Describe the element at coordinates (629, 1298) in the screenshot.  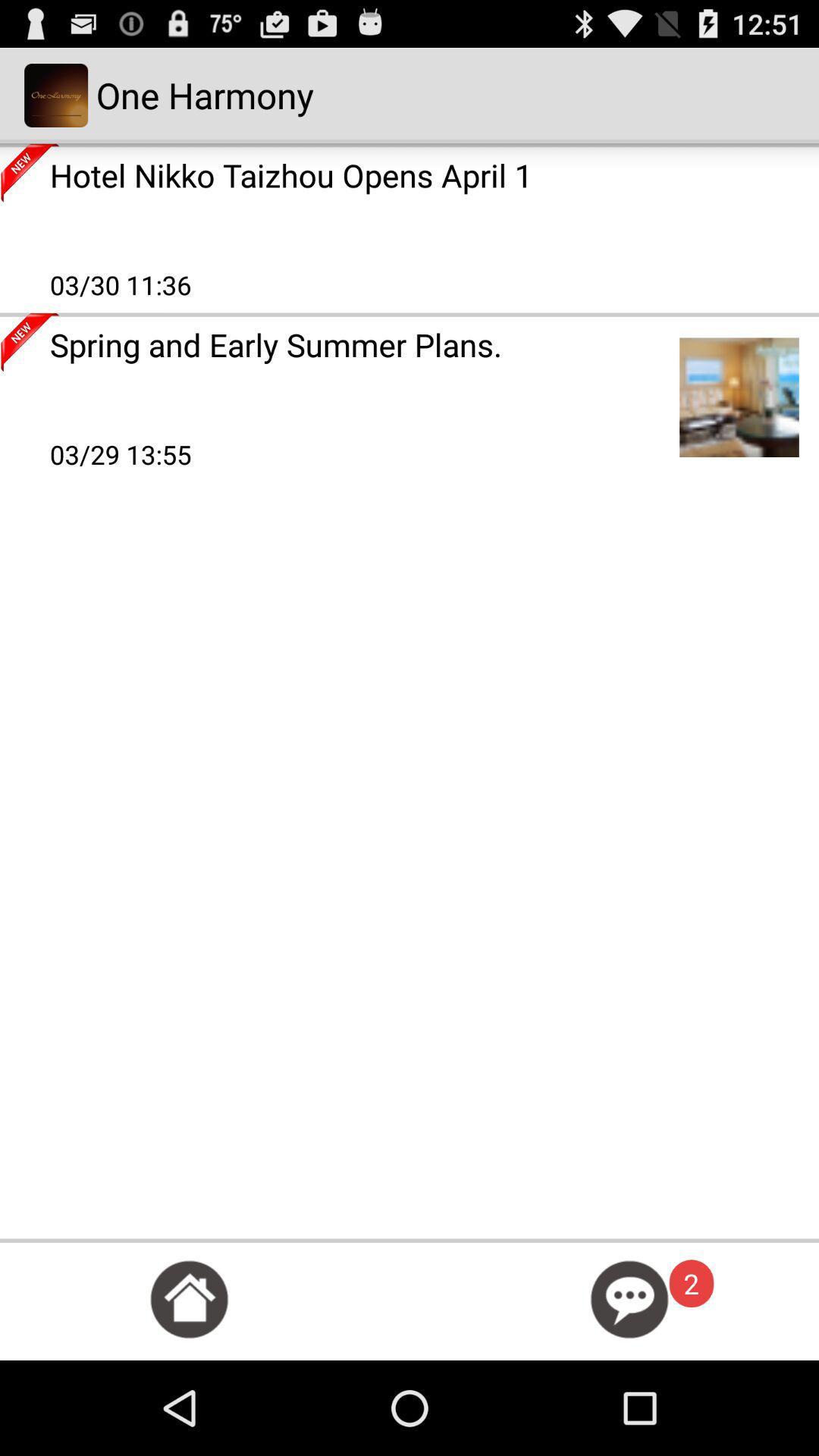
I see `icon next to 2 item` at that location.